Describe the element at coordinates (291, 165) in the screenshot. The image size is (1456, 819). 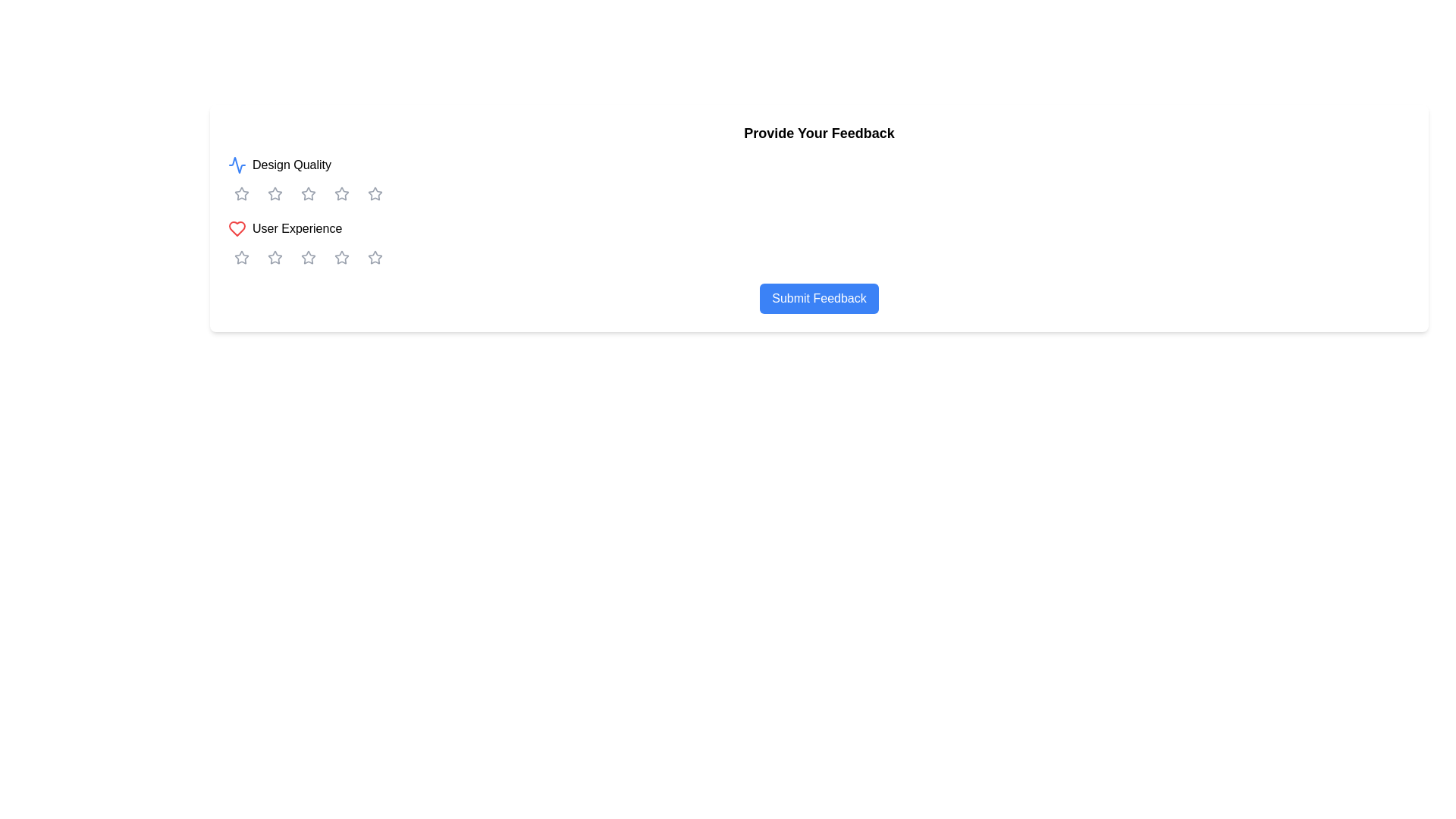
I see `the 'Design Quality' text label, which indicates the ratings below for this aspect and is positioned to the right of a blue waveform icon near the top-left of the feedback form` at that location.